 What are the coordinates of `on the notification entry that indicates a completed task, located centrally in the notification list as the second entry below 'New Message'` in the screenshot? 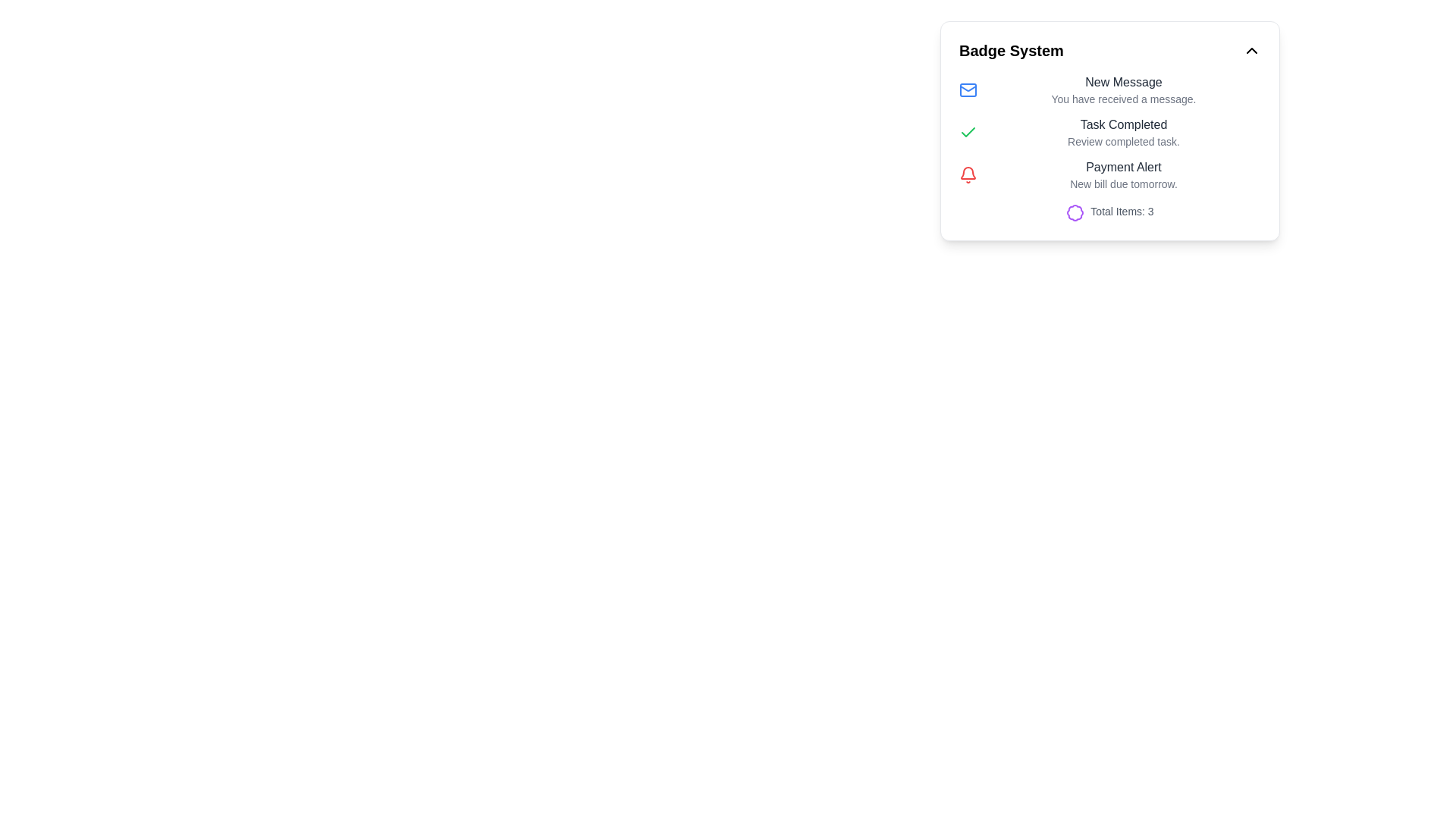 It's located at (1110, 131).